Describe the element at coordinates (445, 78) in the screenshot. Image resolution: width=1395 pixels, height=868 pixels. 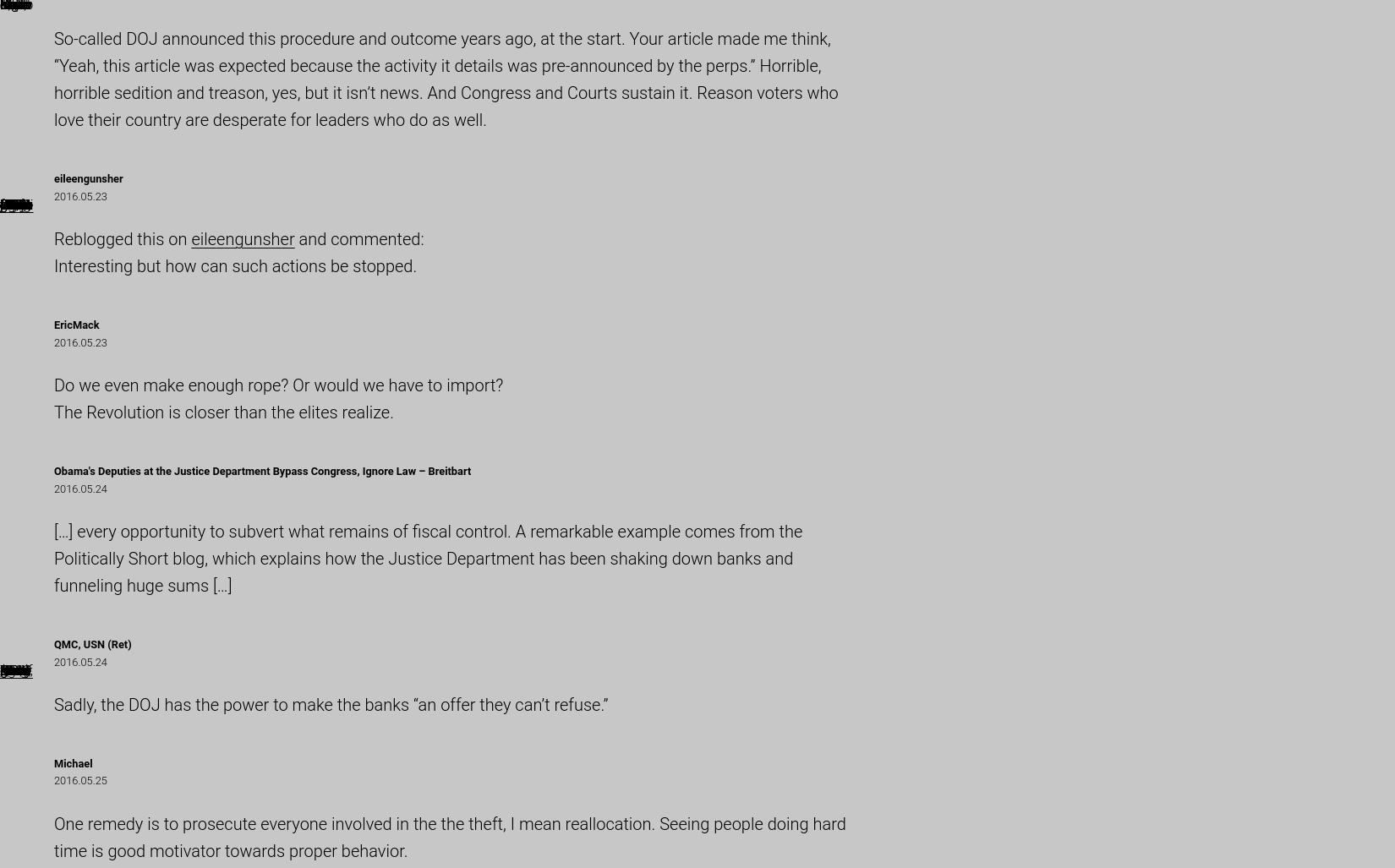
I see `'So-called DOJ announced this procedure and outcome years ago, at the start.  Your article made me think, “Yeah, this article was expected because the activity it details was pre-announced by the perps.”  Horrible, horrible sedition and treason, yes, but it isn’t news.  And Congress and Courts sustain it.  Reason voters who love their country are desperate for leaders who do as well.'` at that location.